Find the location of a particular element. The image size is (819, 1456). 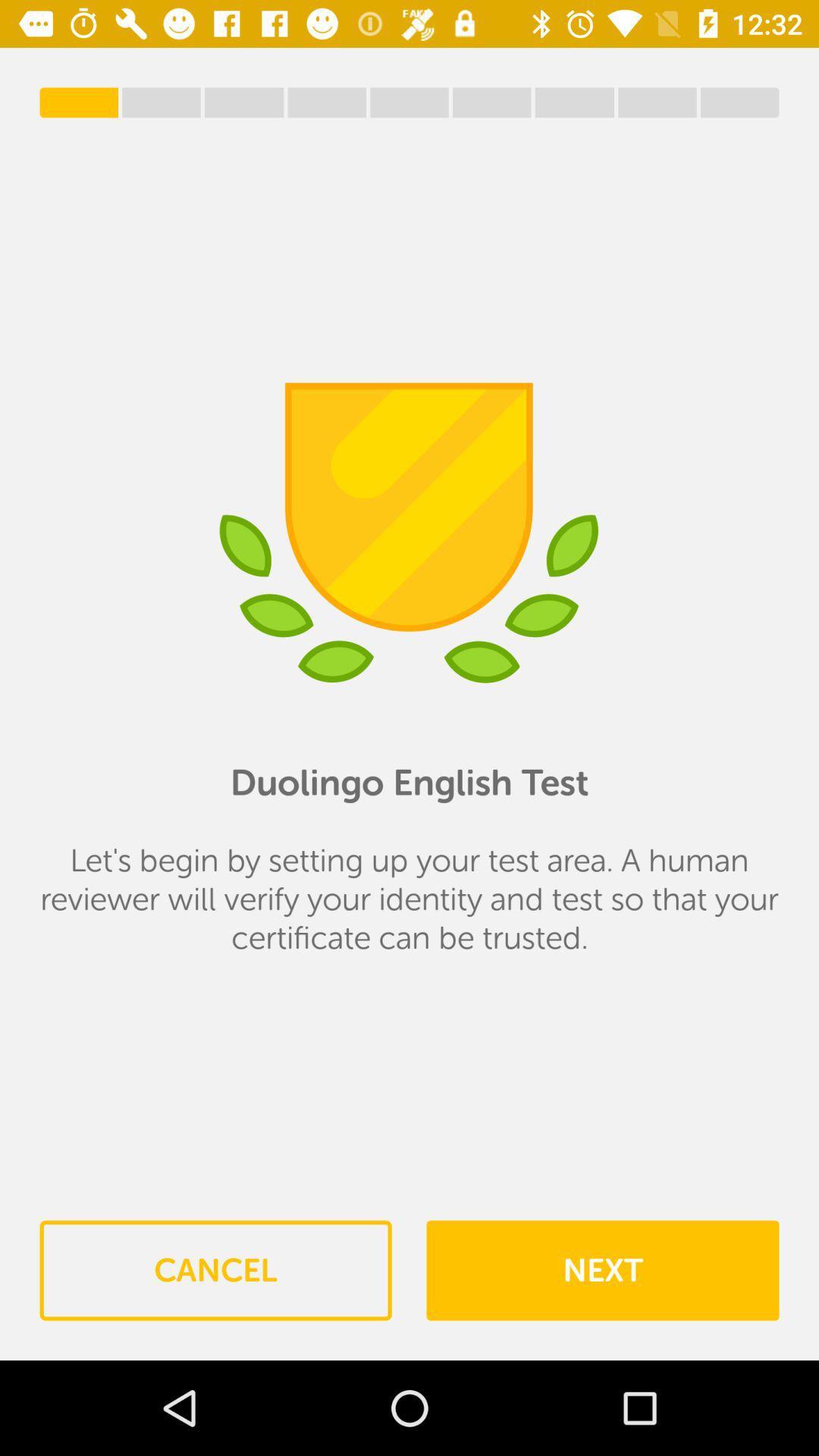

the next is located at coordinates (601, 1270).